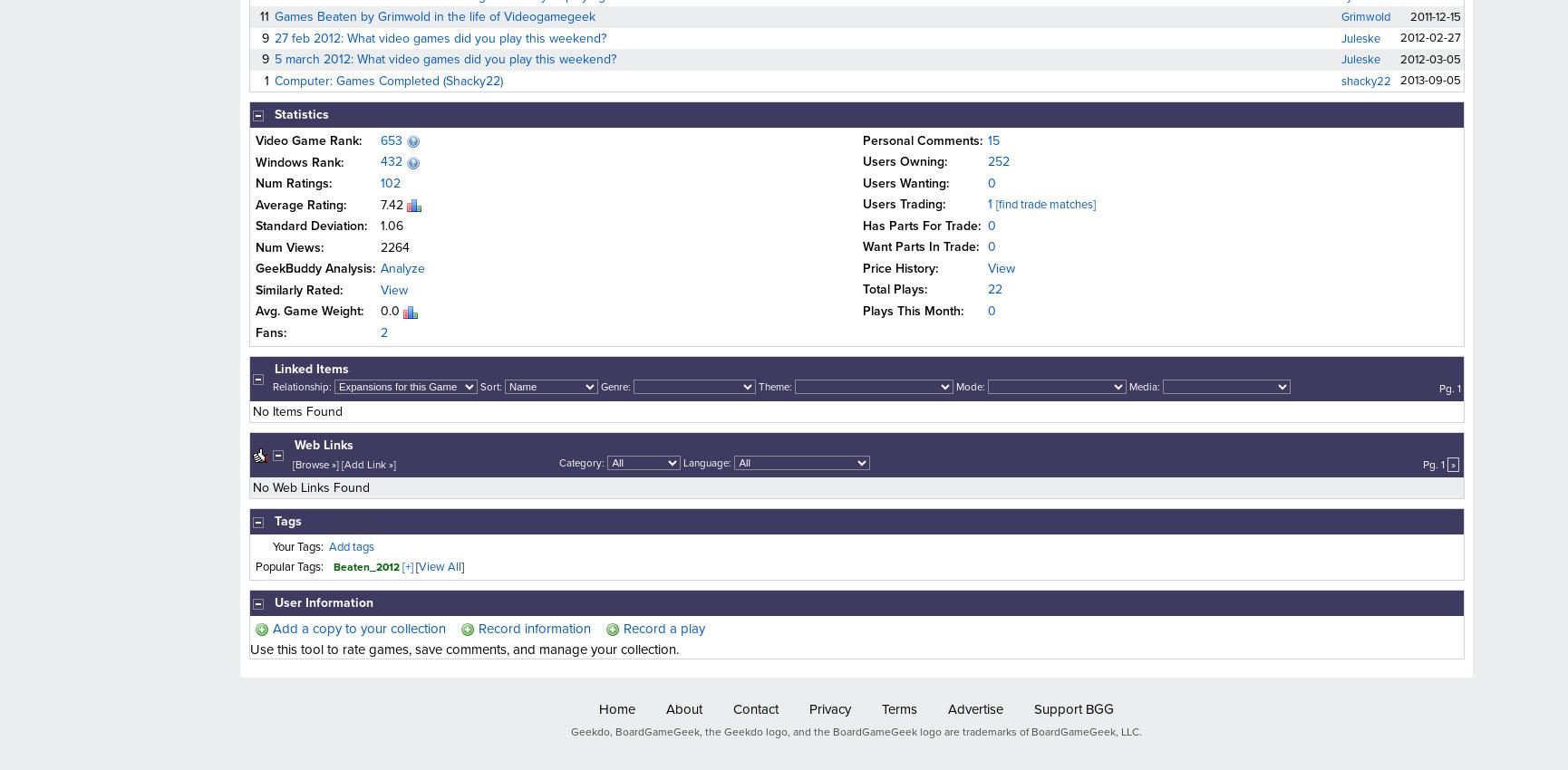 Image resolution: width=1568 pixels, height=770 pixels. Describe the element at coordinates (954, 386) in the screenshot. I see `'Mode:'` at that location.